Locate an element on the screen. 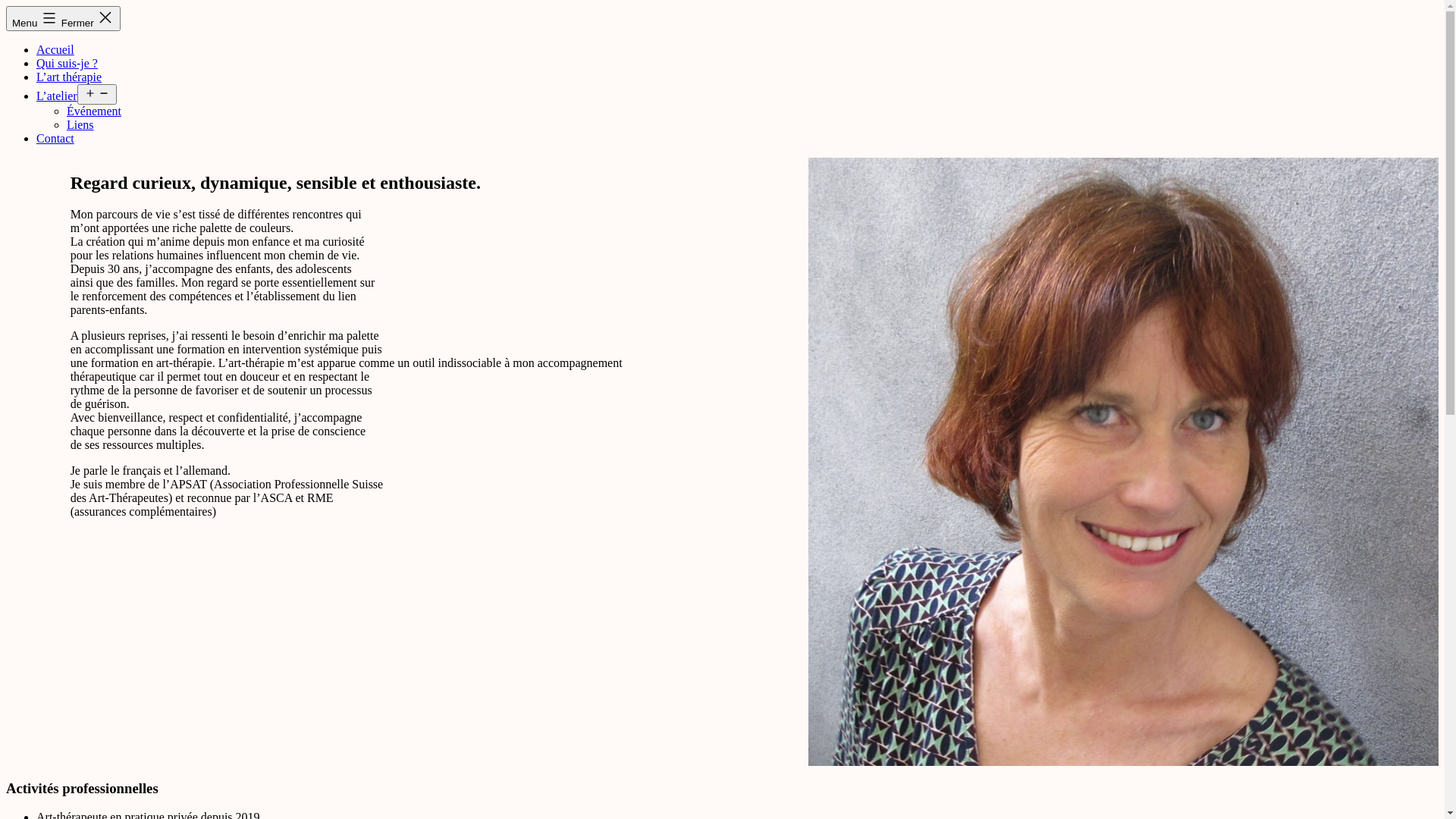  'Liens' is located at coordinates (79, 124).